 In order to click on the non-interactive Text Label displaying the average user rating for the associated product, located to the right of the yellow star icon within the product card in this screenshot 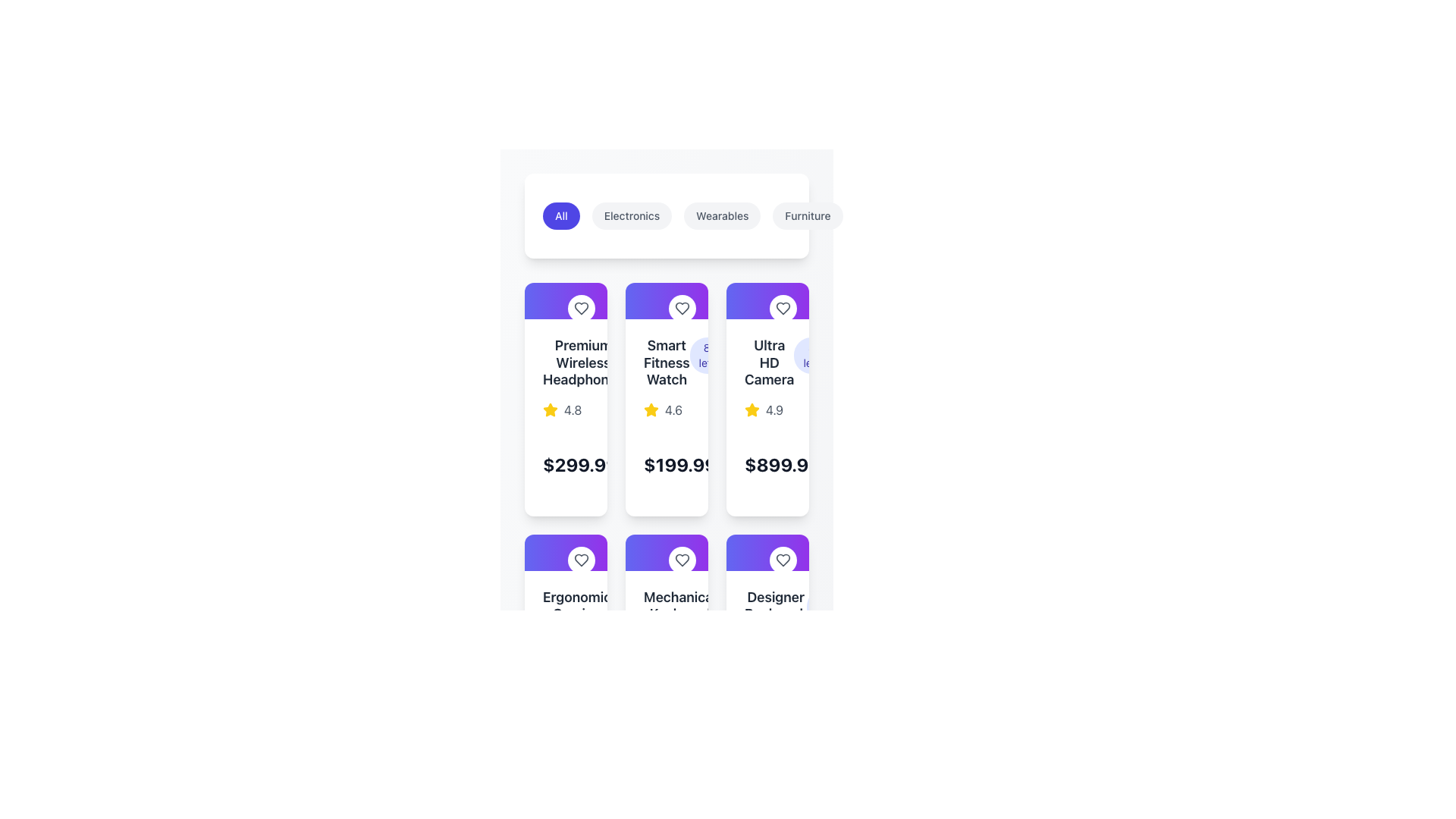, I will do `click(572, 409)`.